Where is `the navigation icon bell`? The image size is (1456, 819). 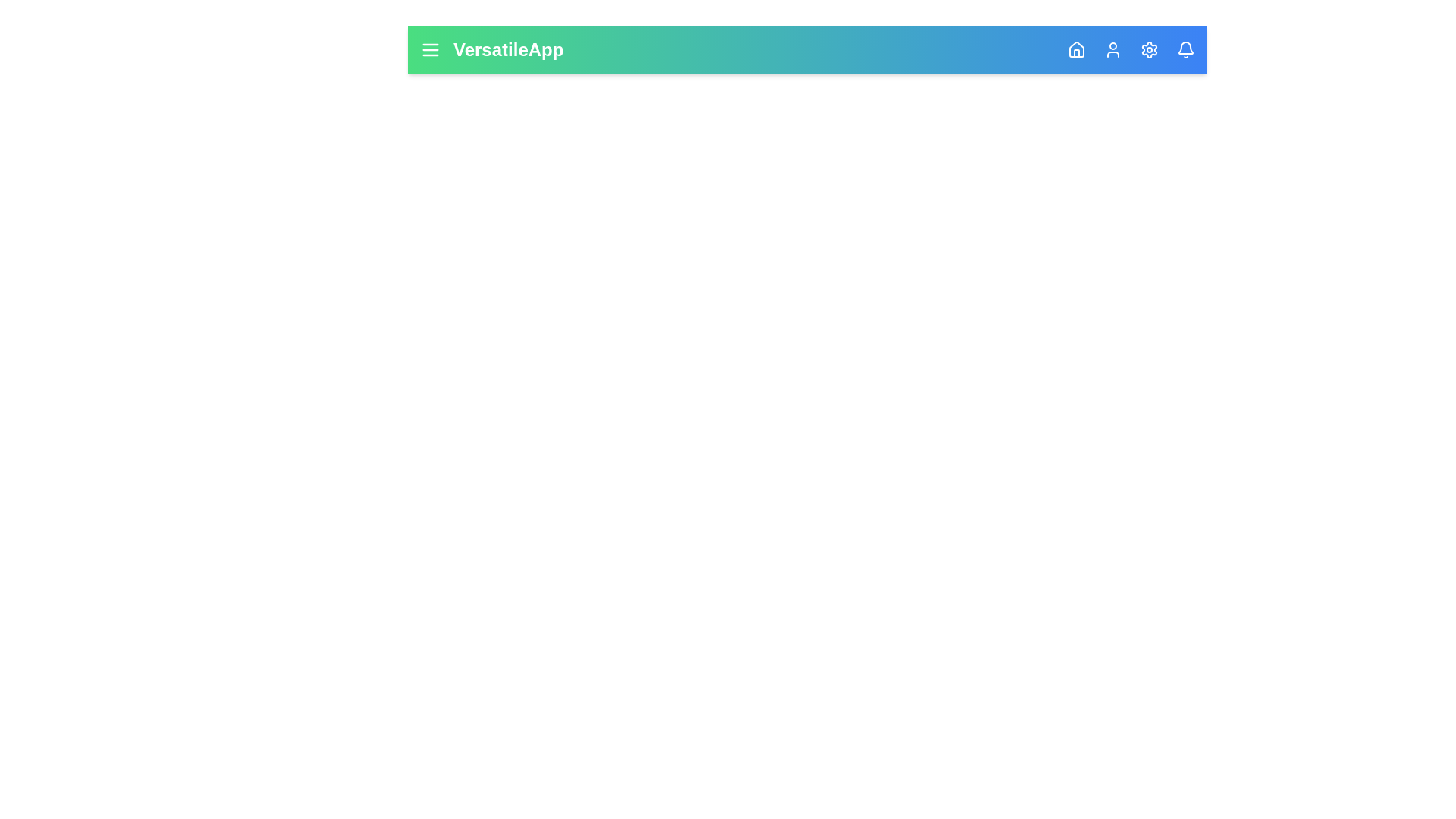 the navigation icon bell is located at coordinates (1185, 49).